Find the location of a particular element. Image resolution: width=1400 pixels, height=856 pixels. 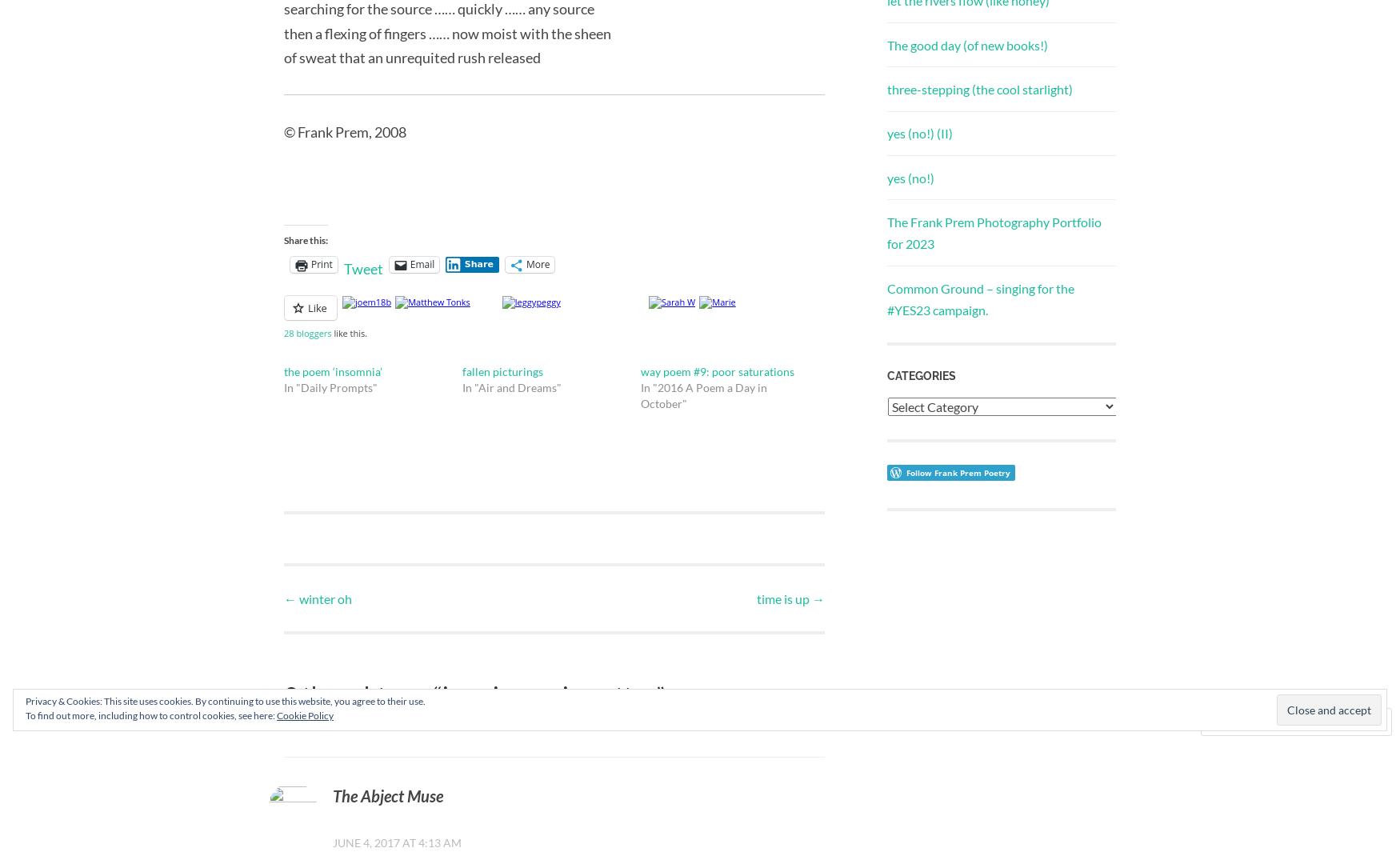

'Comment' is located at coordinates (1254, 721).